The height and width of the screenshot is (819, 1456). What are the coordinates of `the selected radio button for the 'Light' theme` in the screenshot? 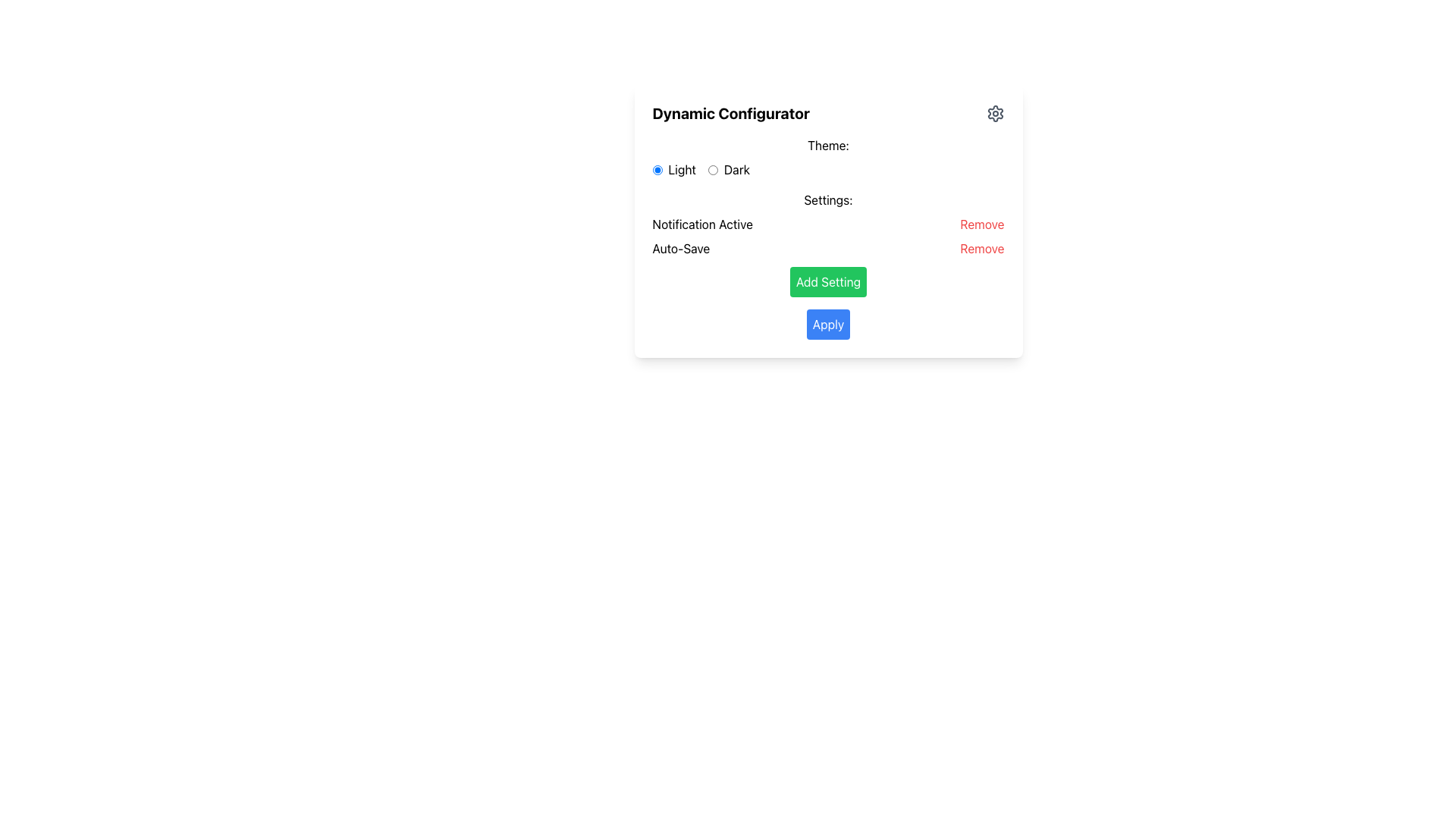 It's located at (657, 169).